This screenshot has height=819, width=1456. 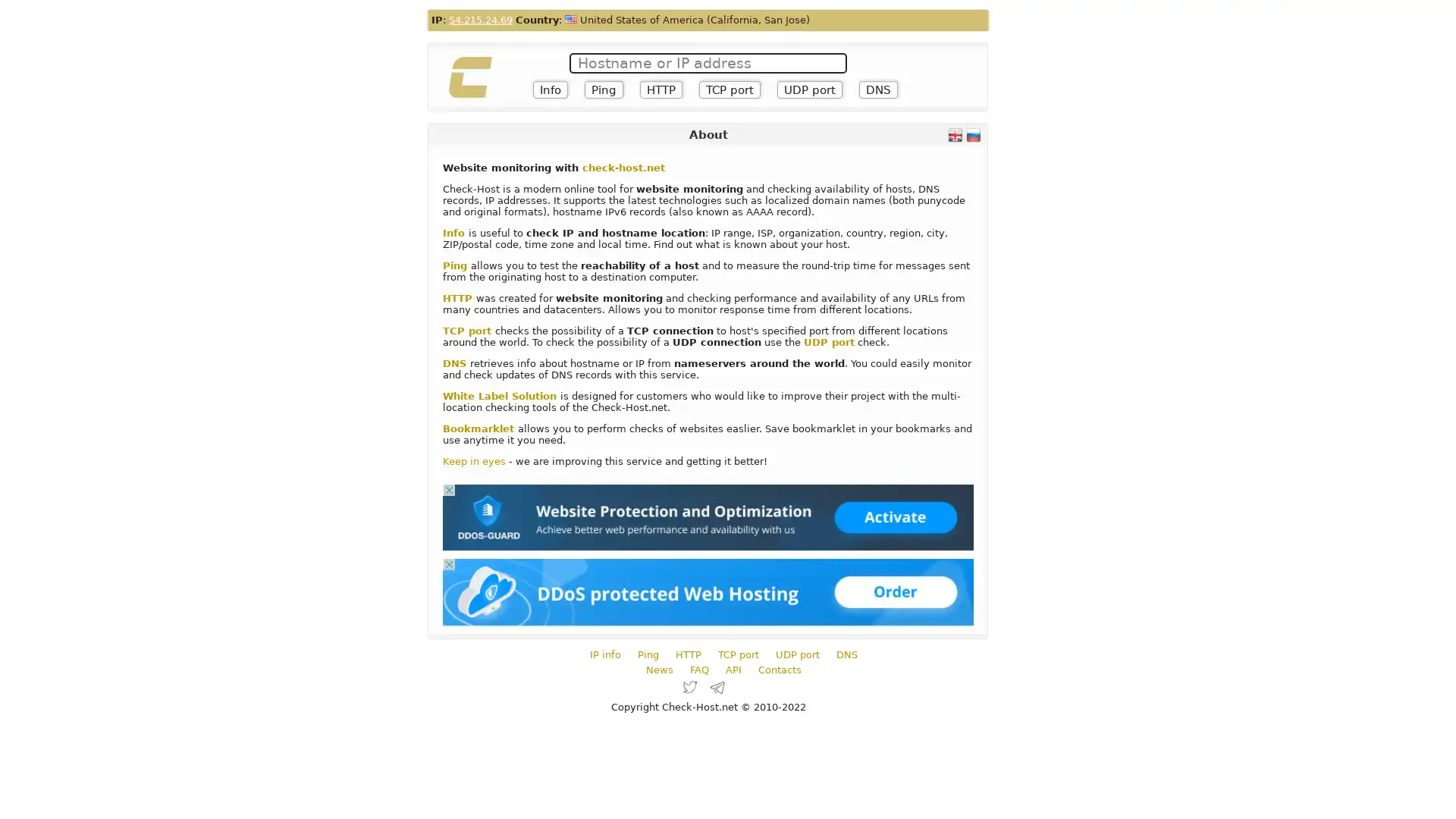 I want to click on DNS, so click(x=877, y=89).